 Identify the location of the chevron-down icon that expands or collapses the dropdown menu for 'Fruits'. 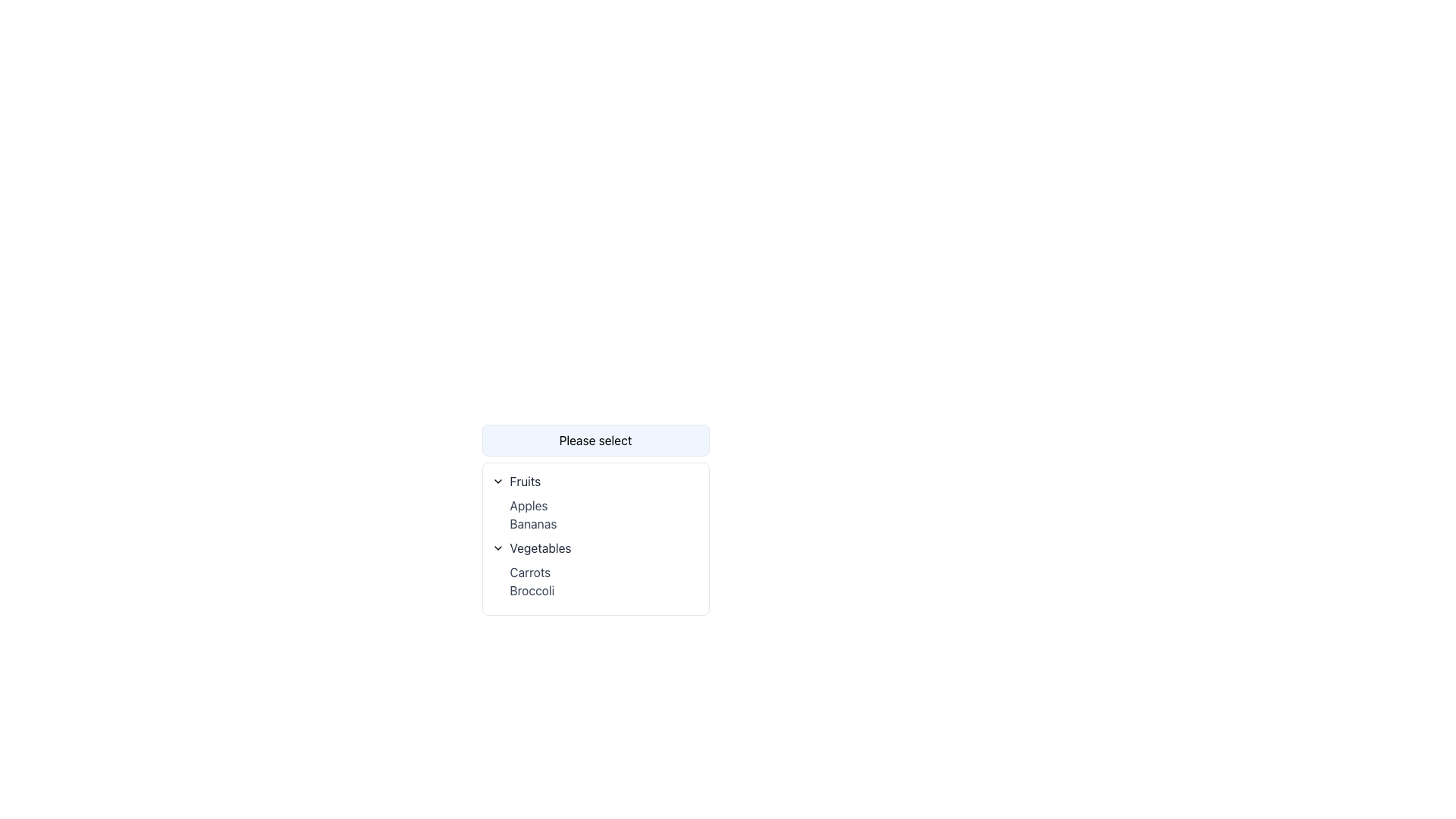
(497, 482).